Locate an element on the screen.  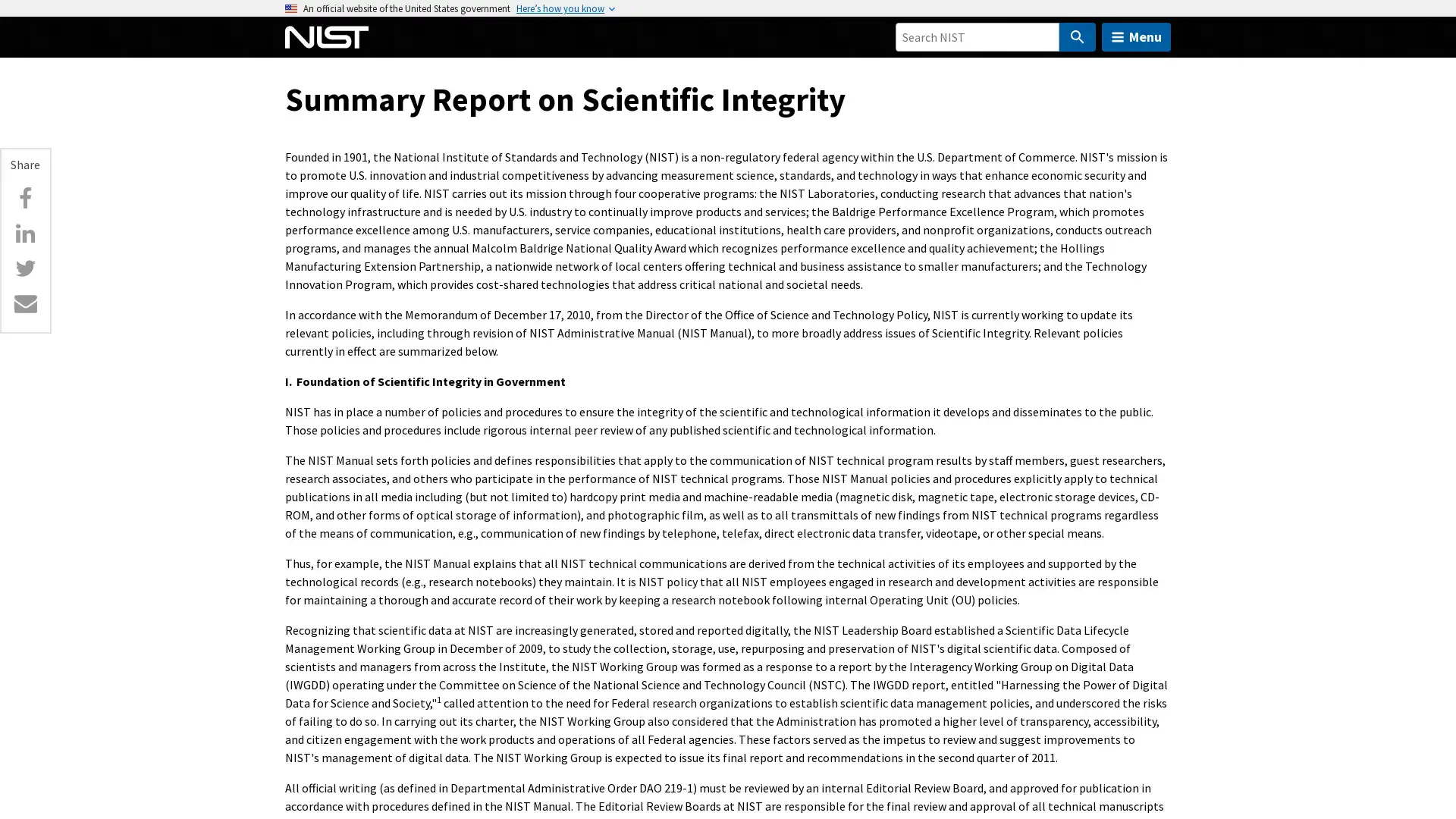
Heres how you know is located at coordinates (560, 8).